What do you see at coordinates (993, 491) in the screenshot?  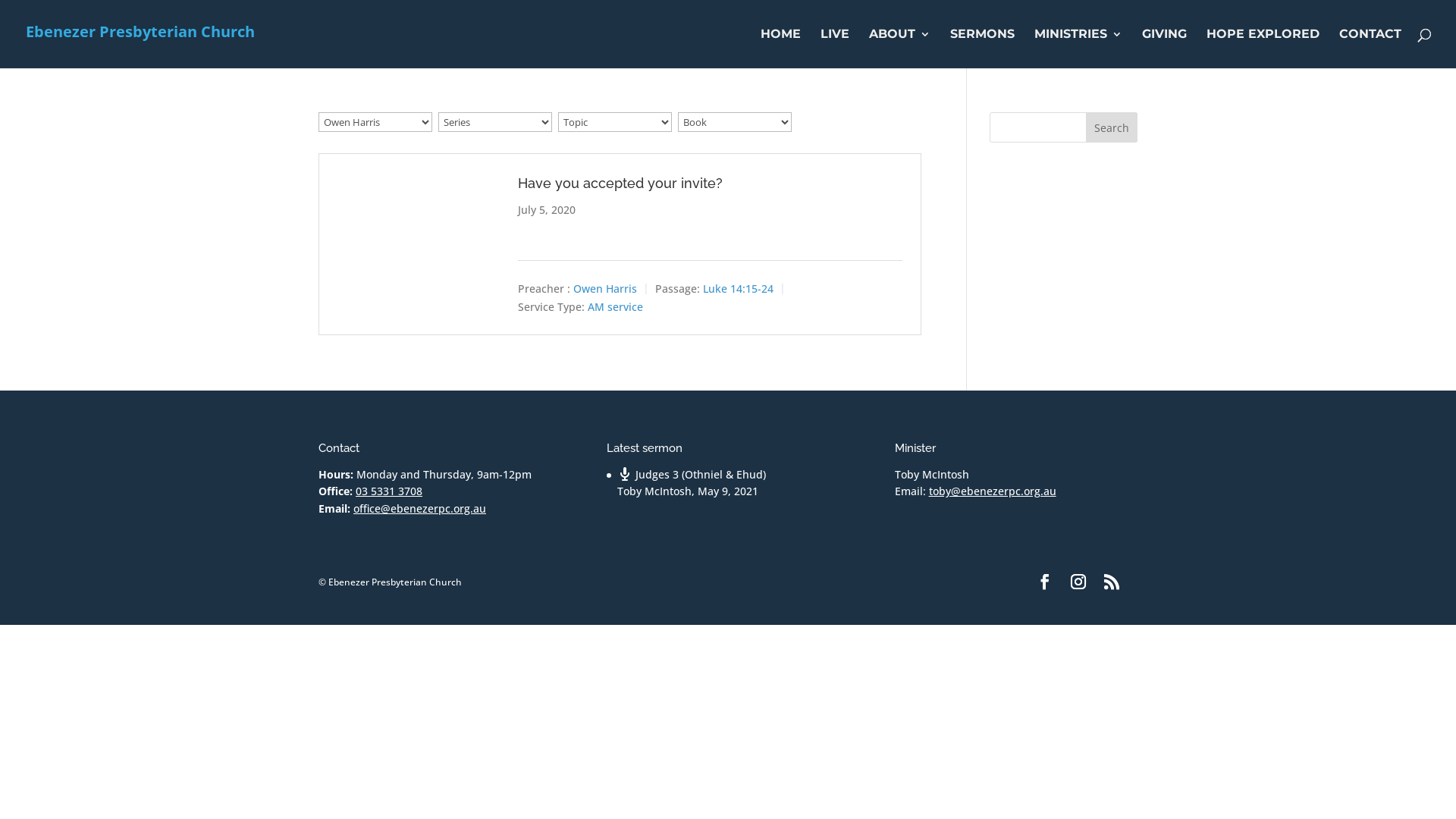 I see `'toby@ebenezerpc.org.au'` at bounding box center [993, 491].